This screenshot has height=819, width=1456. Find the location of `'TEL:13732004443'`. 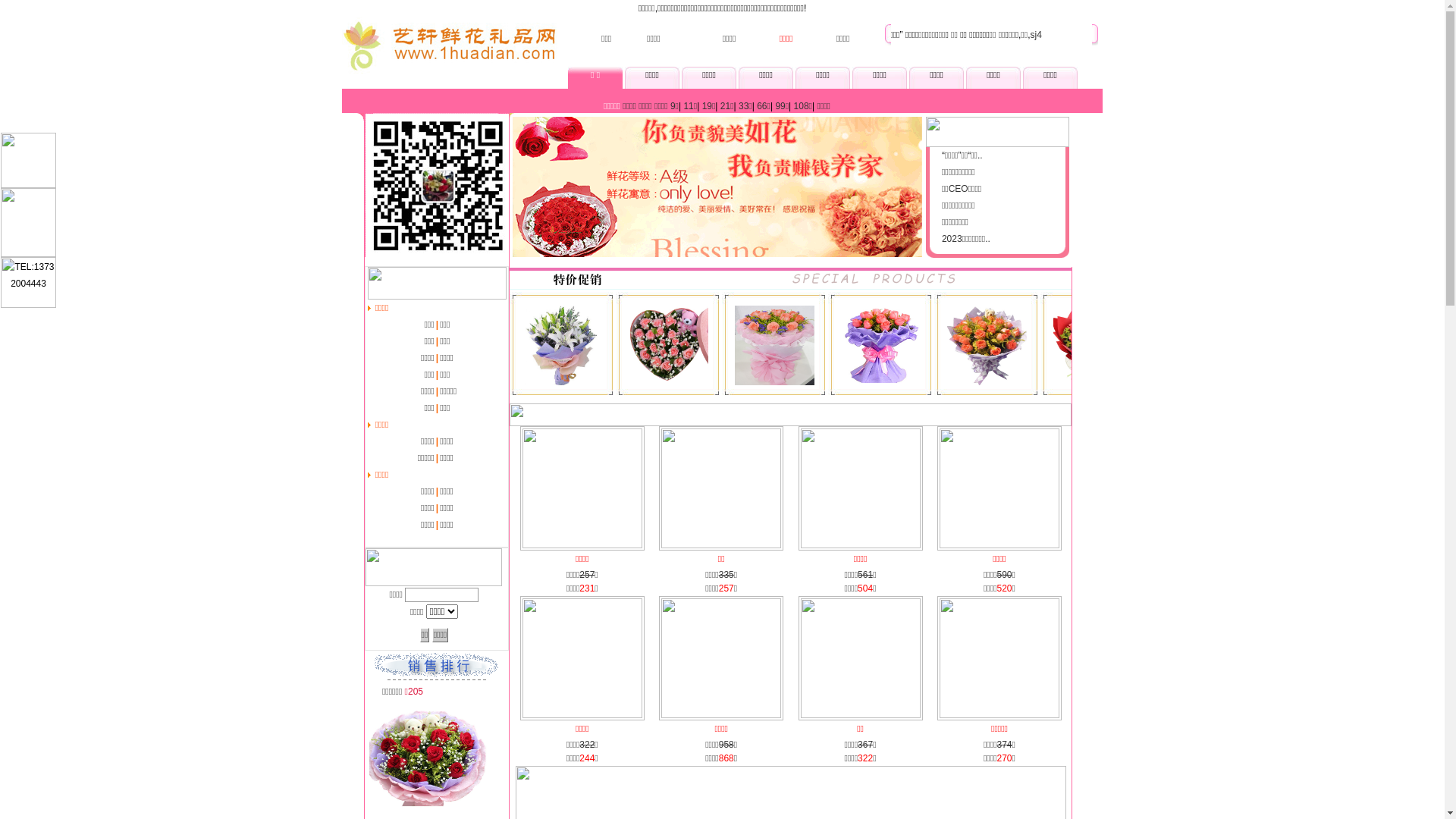

'TEL:13732004443' is located at coordinates (28, 282).